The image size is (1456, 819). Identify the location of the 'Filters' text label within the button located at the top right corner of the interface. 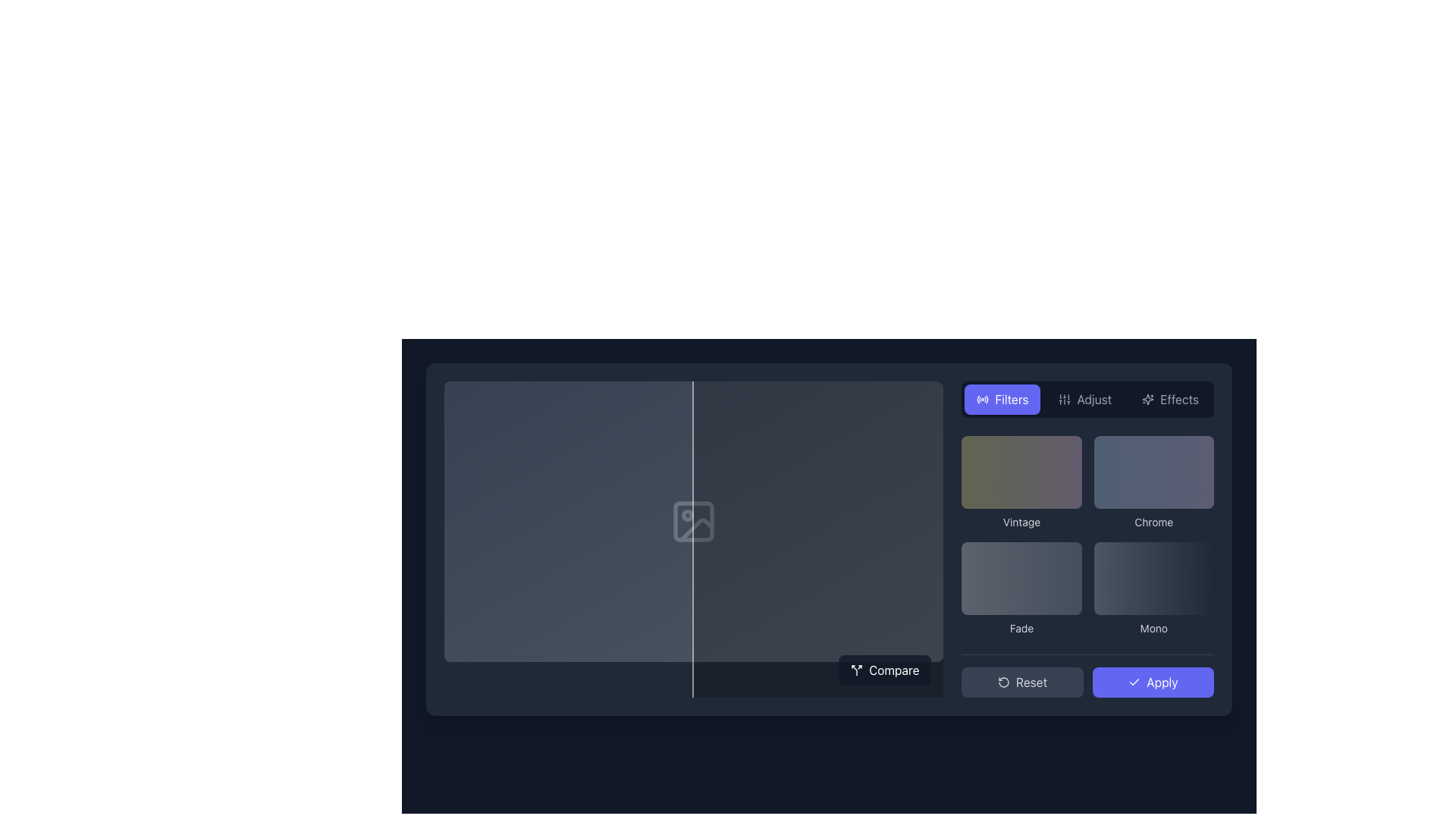
(1012, 399).